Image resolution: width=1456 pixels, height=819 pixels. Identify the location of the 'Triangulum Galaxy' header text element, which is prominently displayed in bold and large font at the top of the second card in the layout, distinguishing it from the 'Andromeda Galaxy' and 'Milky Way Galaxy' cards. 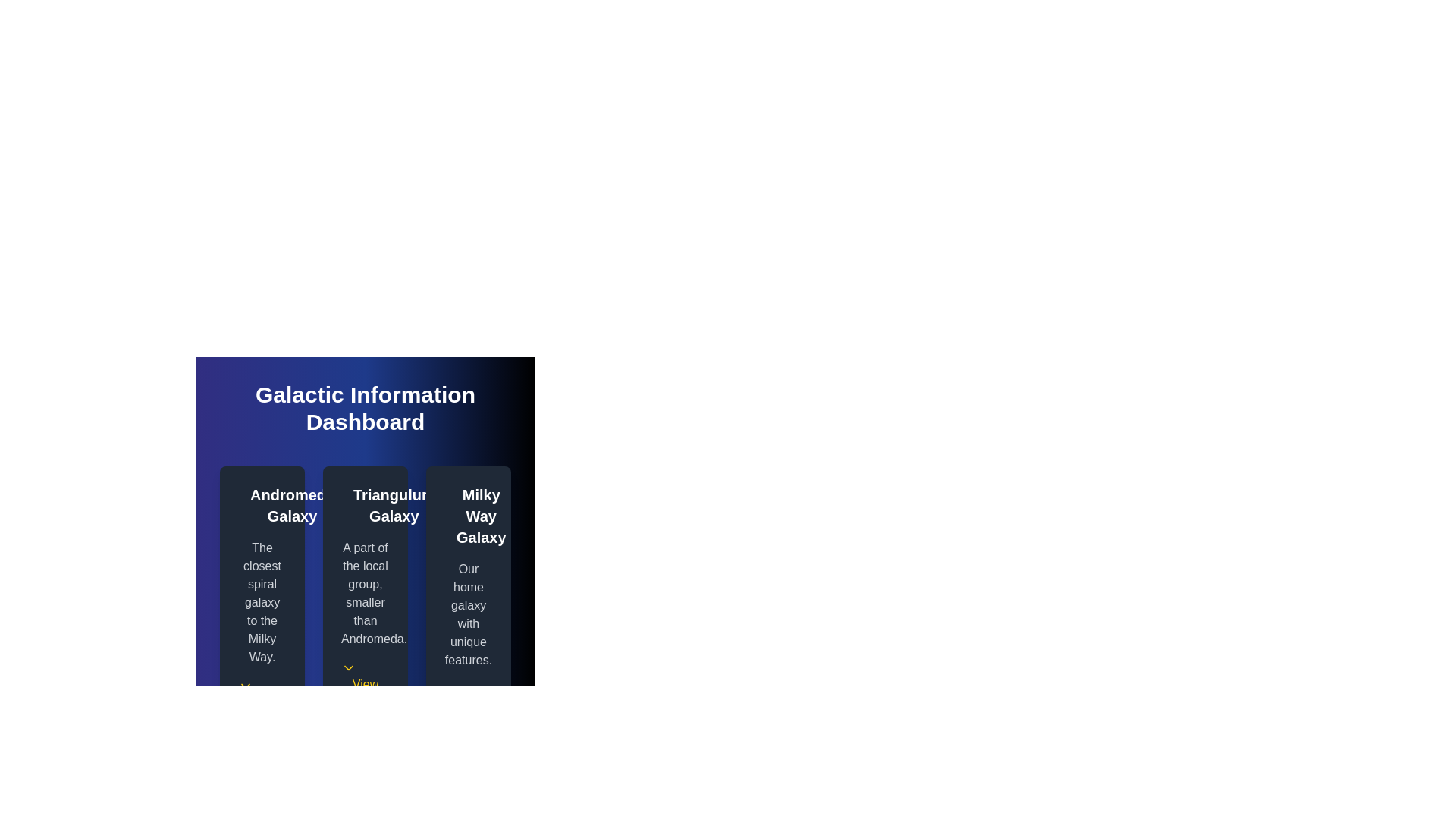
(365, 506).